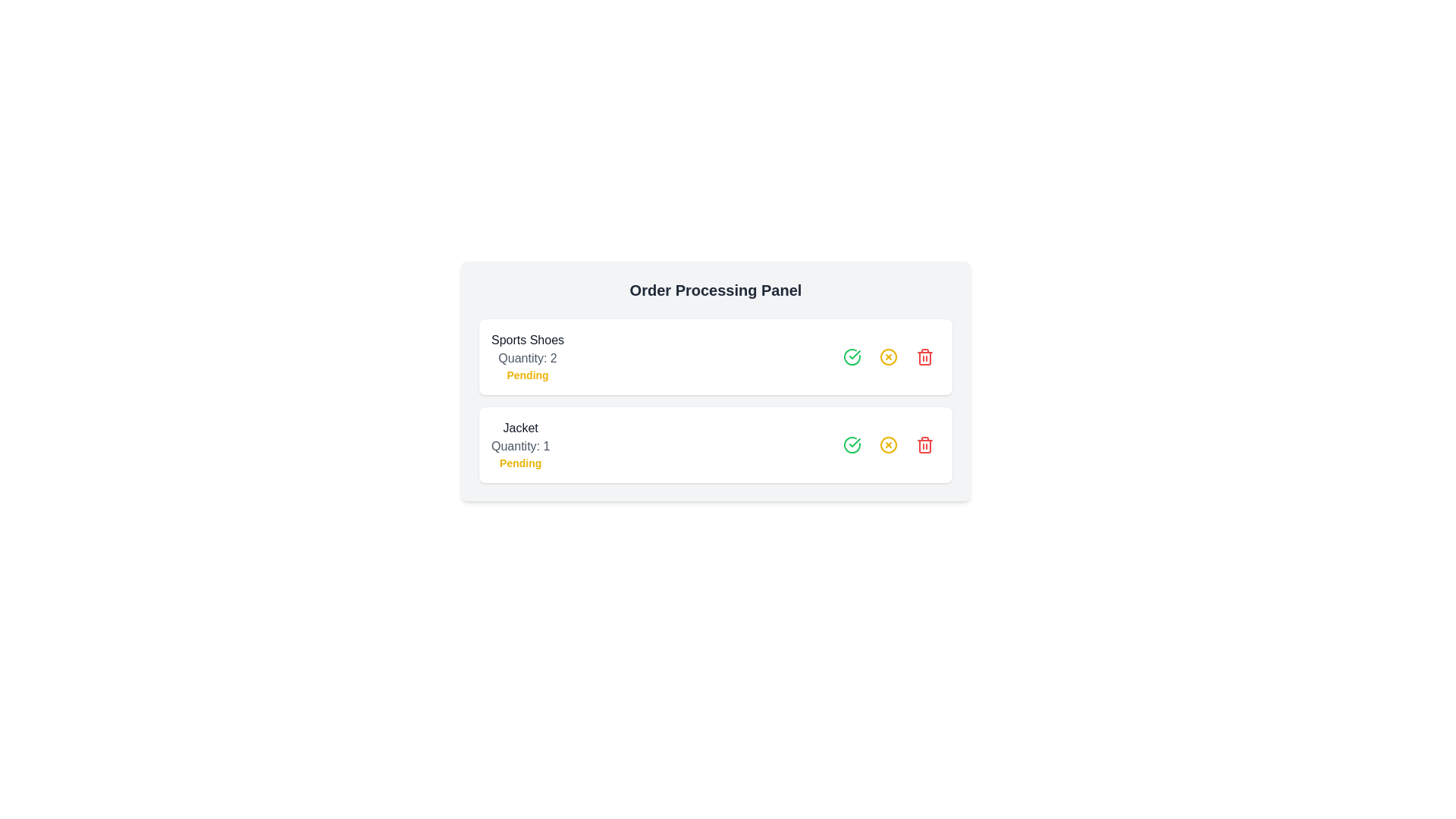  Describe the element at coordinates (924, 444) in the screenshot. I see `the small trash can icon with a red stroke color located on the right side of the second row` at that location.